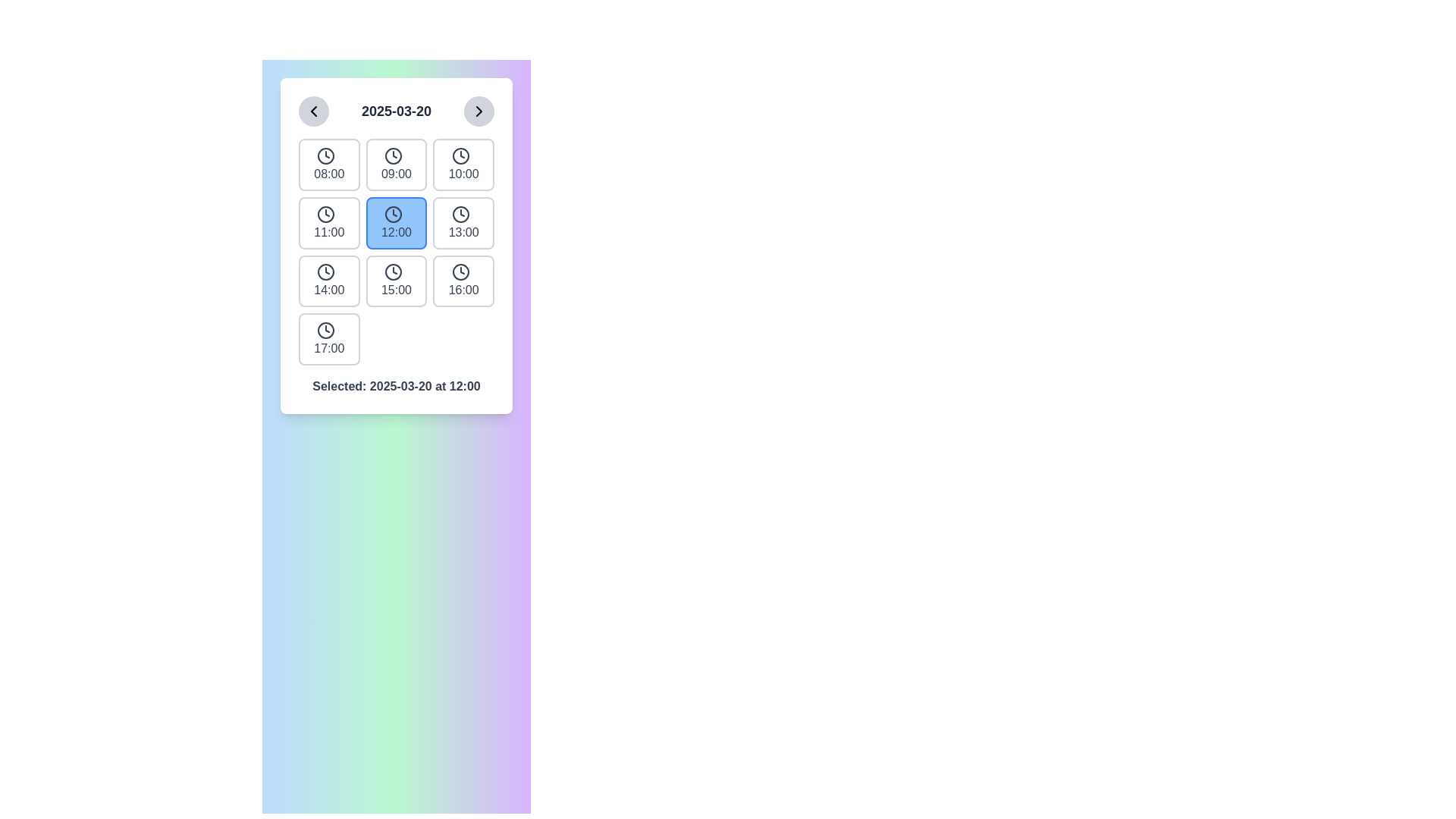  I want to click on the SVG circle element representing the clock face's outline for the 12:00 time slot in the interface, so click(393, 214).